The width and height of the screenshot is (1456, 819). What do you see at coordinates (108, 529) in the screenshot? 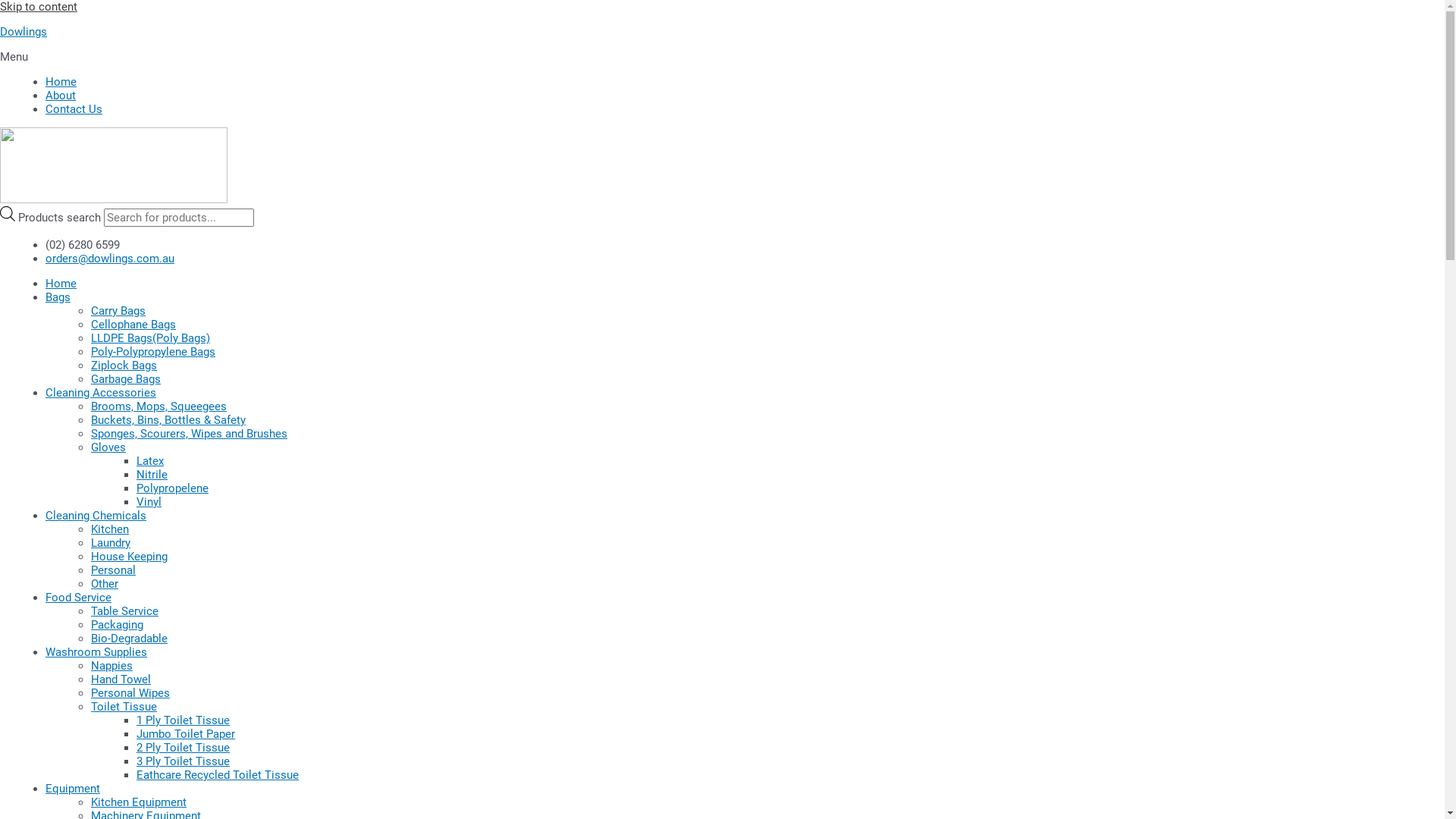
I see `'Kitchen'` at bounding box center [108, 529].